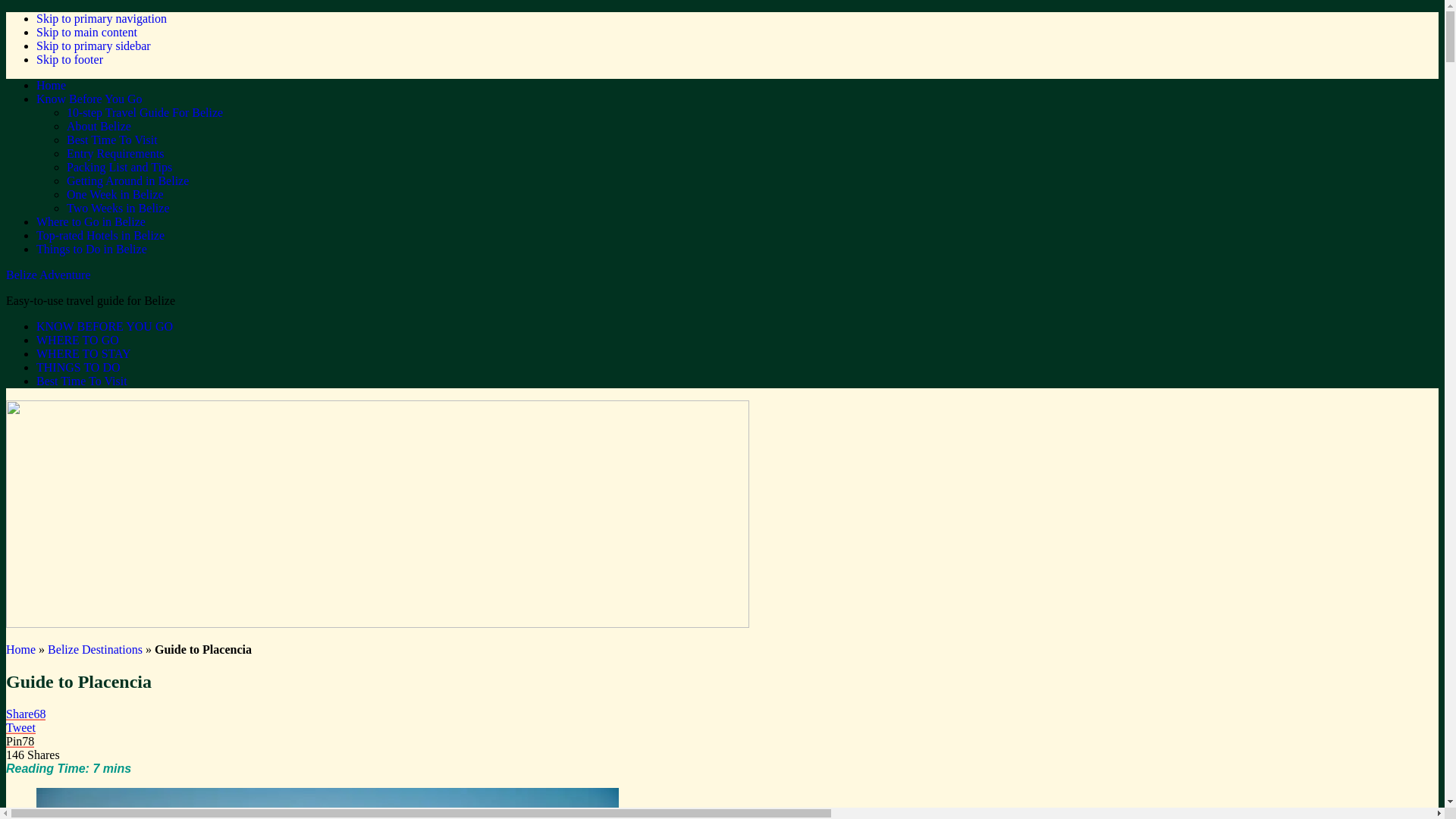  I want to click on 'Belize Adventure', so click(48, 275).